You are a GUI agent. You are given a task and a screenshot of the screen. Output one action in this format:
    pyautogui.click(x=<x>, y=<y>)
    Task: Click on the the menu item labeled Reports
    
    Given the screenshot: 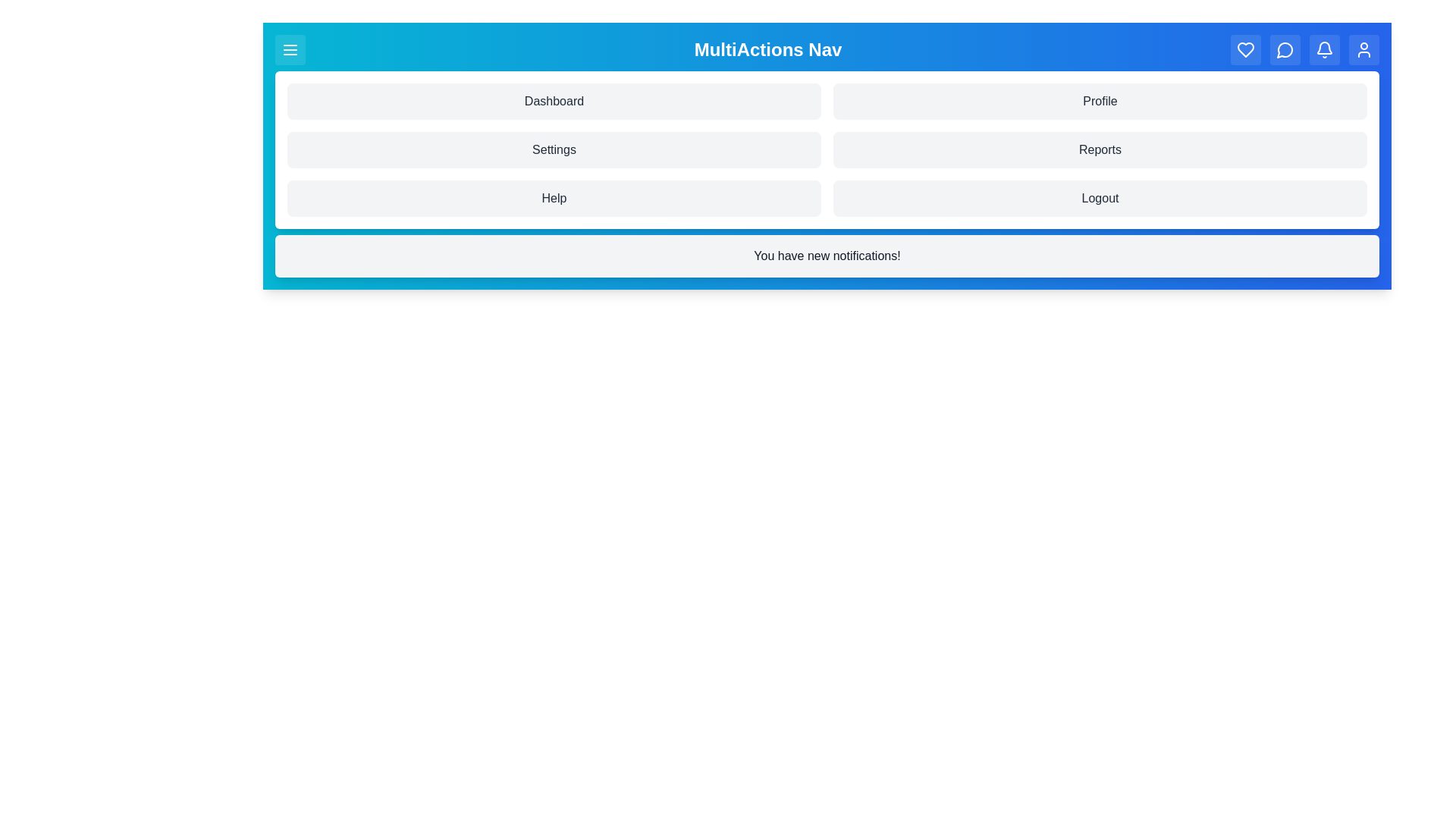 What is the action you would take?
    pyautogui.click(x=1100, y=149)
    